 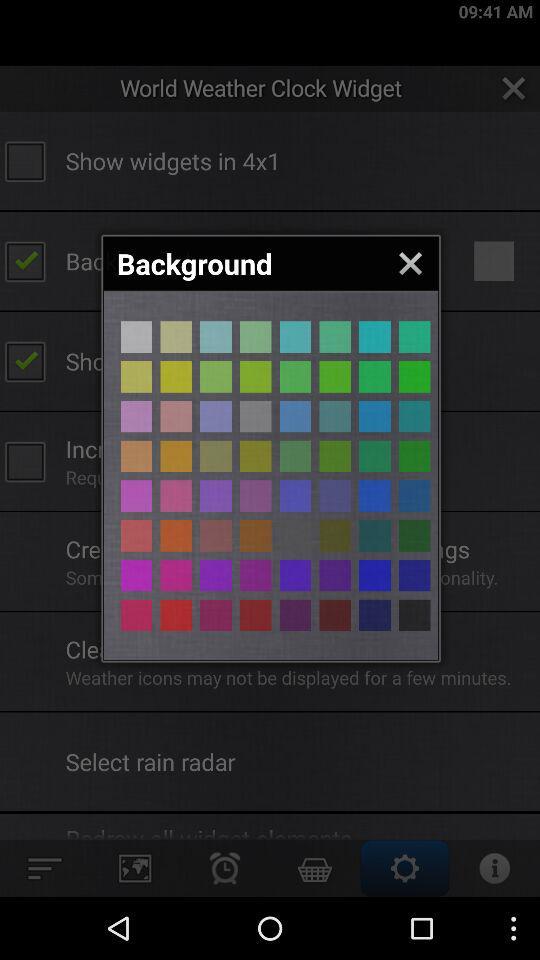 What do you see at coordinates (374, 375) in the screenshot?
I see `color button` at bounding box center [374, 375].